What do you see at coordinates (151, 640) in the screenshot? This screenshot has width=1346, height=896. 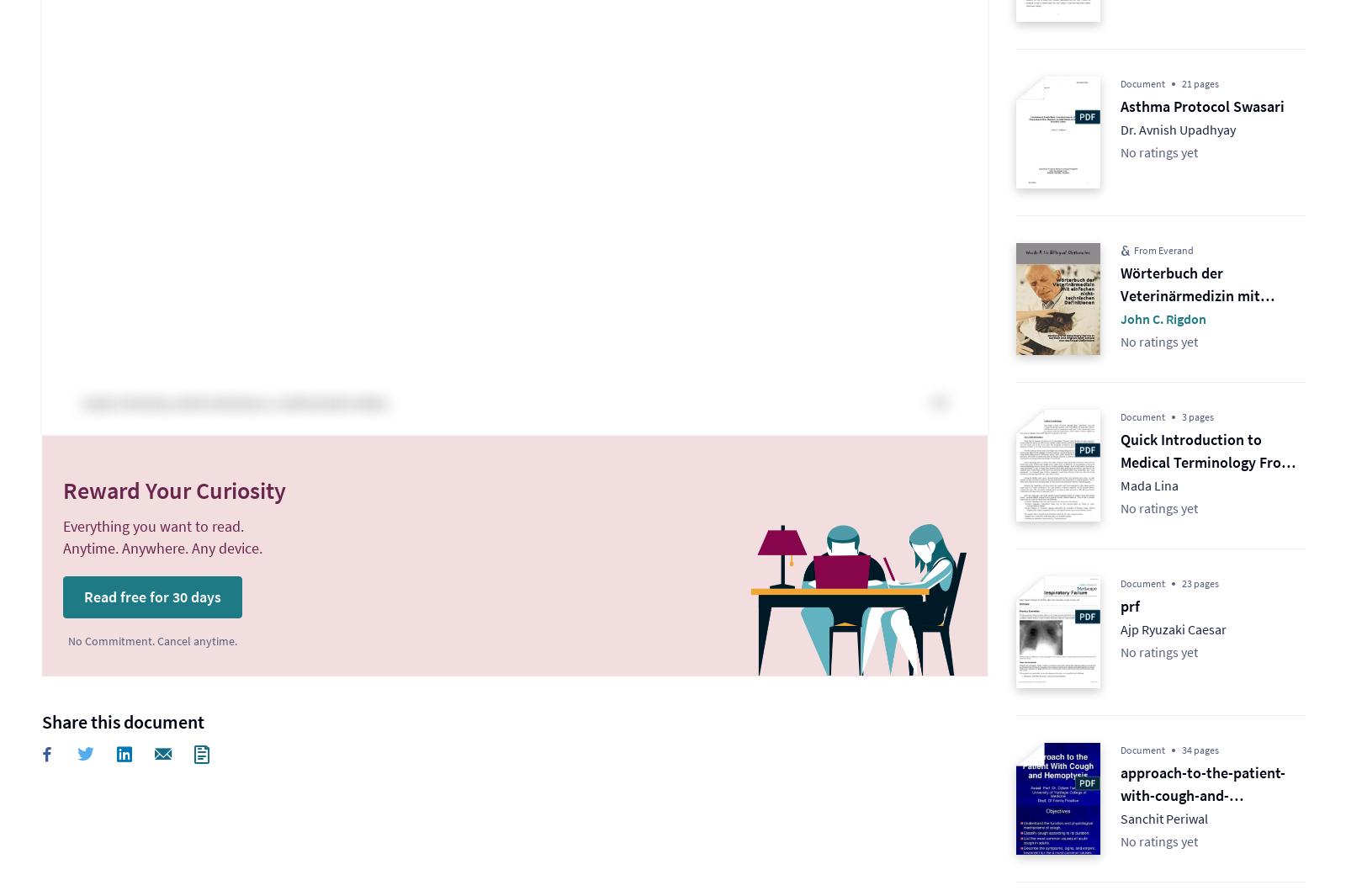 I see `'No Commitment. Cancel anytime.'` at bounding box center [151, 640].